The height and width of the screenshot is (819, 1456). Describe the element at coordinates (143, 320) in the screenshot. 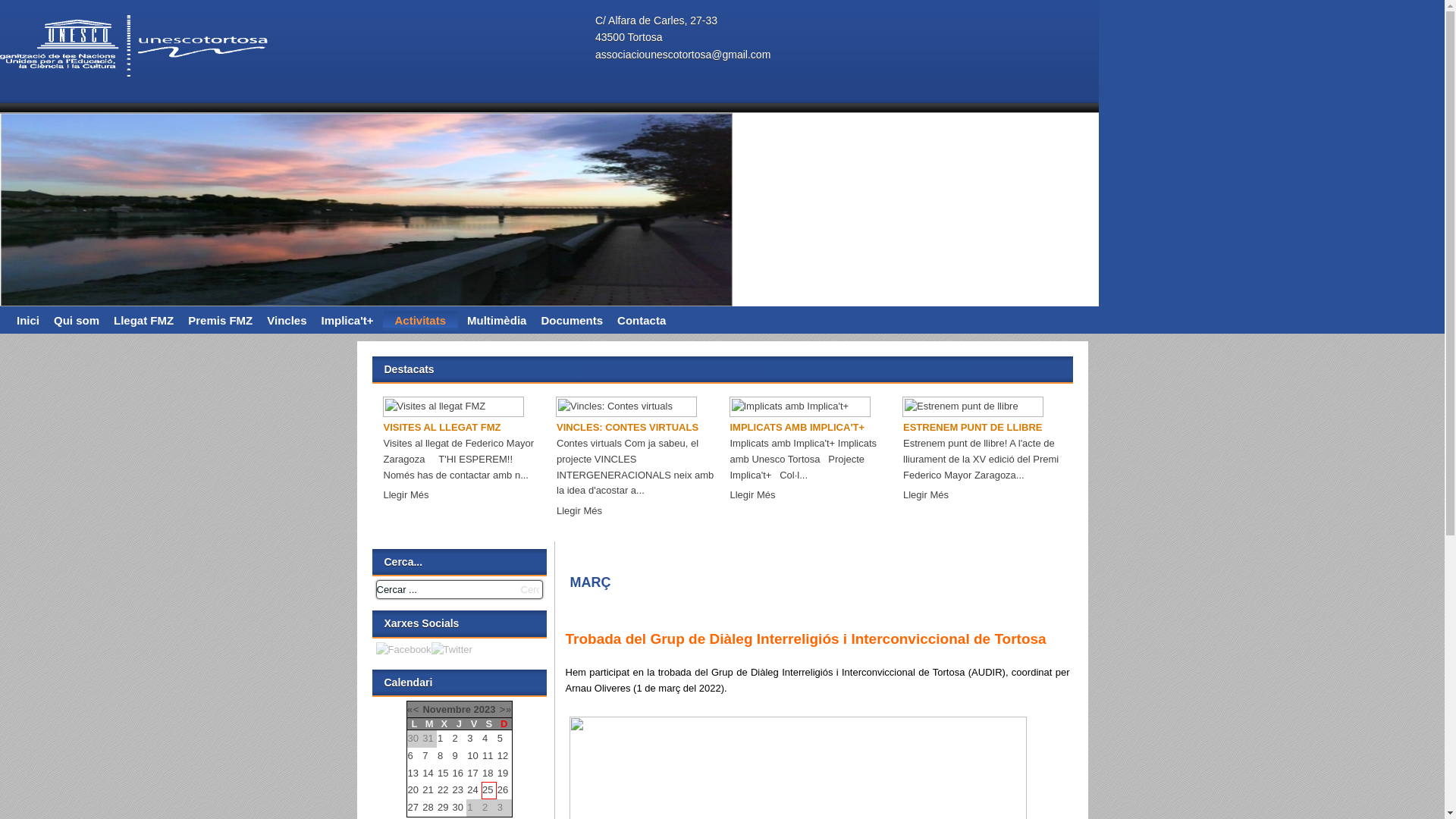

I see `'Llegat FMZ'` at that location.